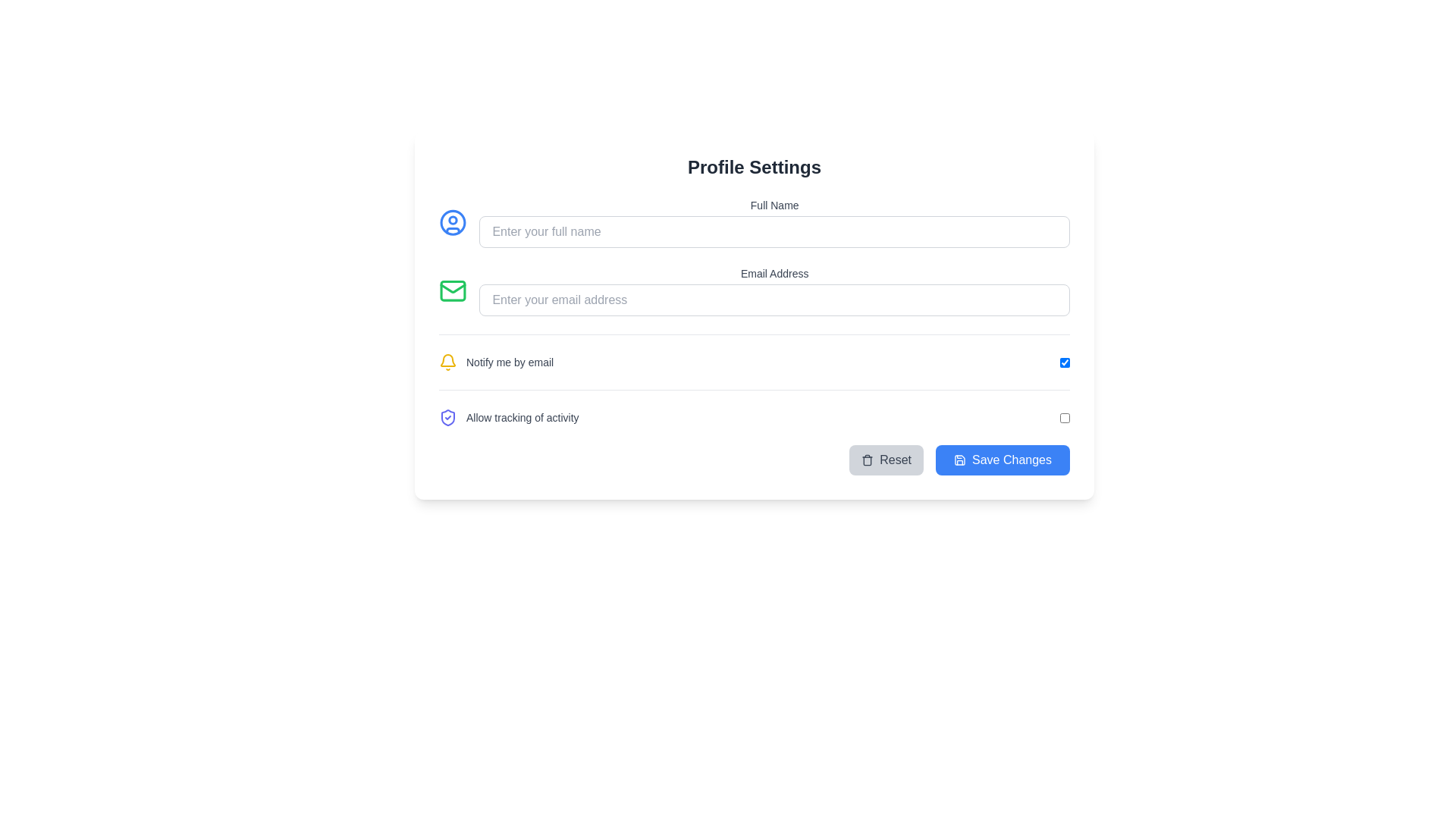 The image size is (1456, 819). What do you see at coordinates (452, 291) in the screenshot?
I see `the green envelope icon located to the left of the 'Email Address' text input field` at bounding box center [452, 291].